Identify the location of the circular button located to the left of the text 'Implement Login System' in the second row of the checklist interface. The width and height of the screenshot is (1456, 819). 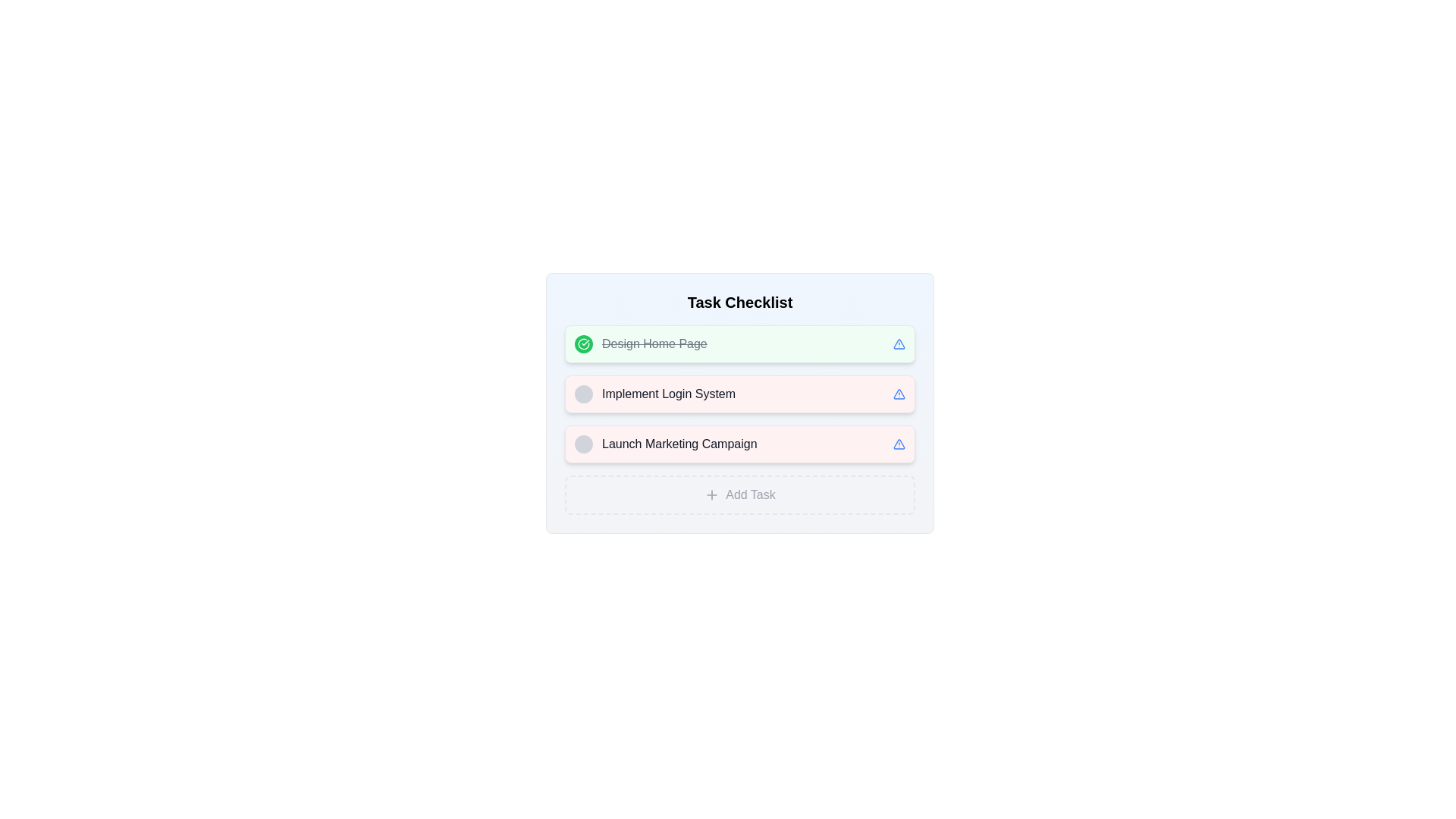
(582, 394).